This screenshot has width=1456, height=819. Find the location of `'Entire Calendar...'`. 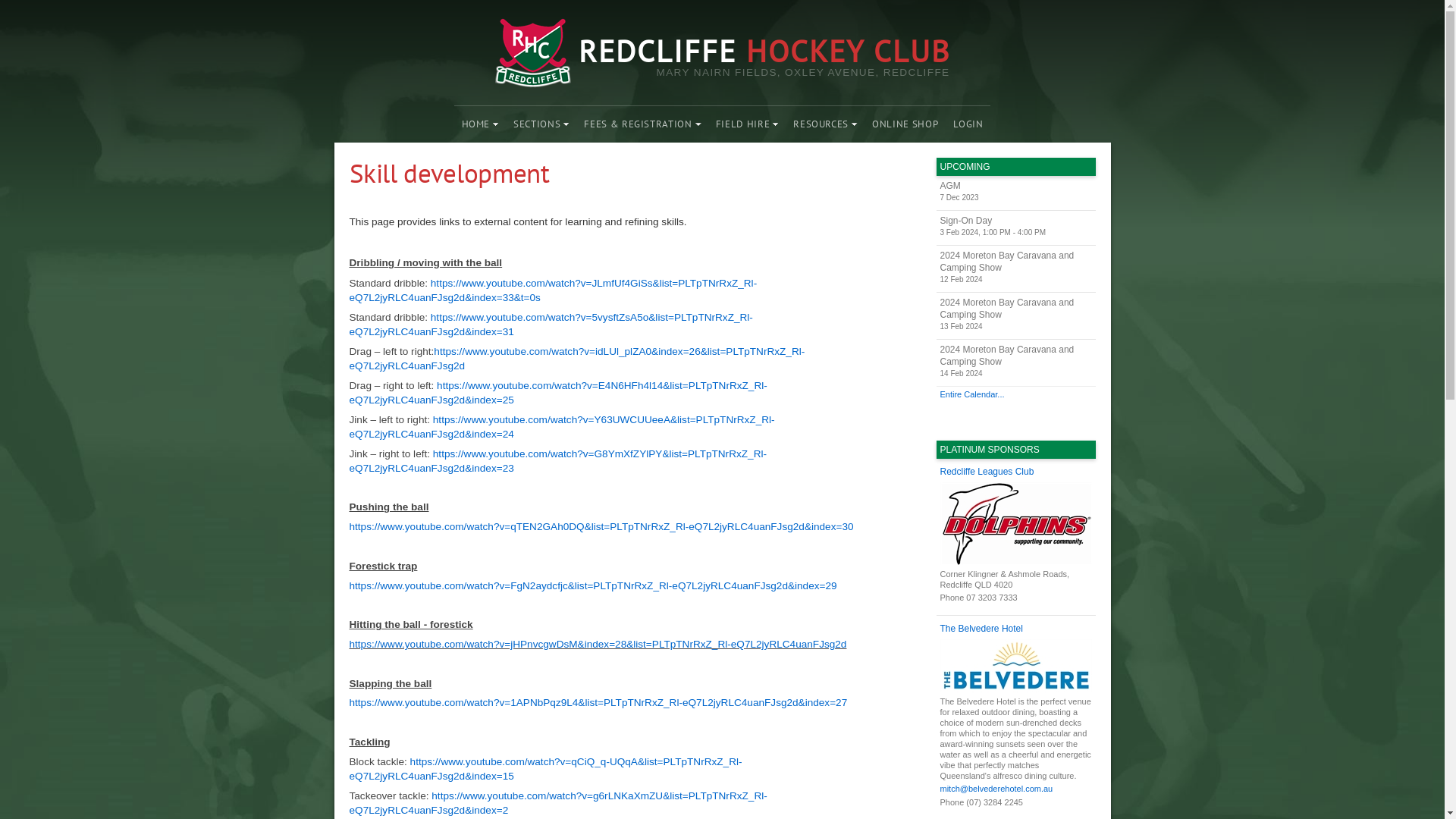

'Entire Calendar...' is located at coordinates (1015, 394).